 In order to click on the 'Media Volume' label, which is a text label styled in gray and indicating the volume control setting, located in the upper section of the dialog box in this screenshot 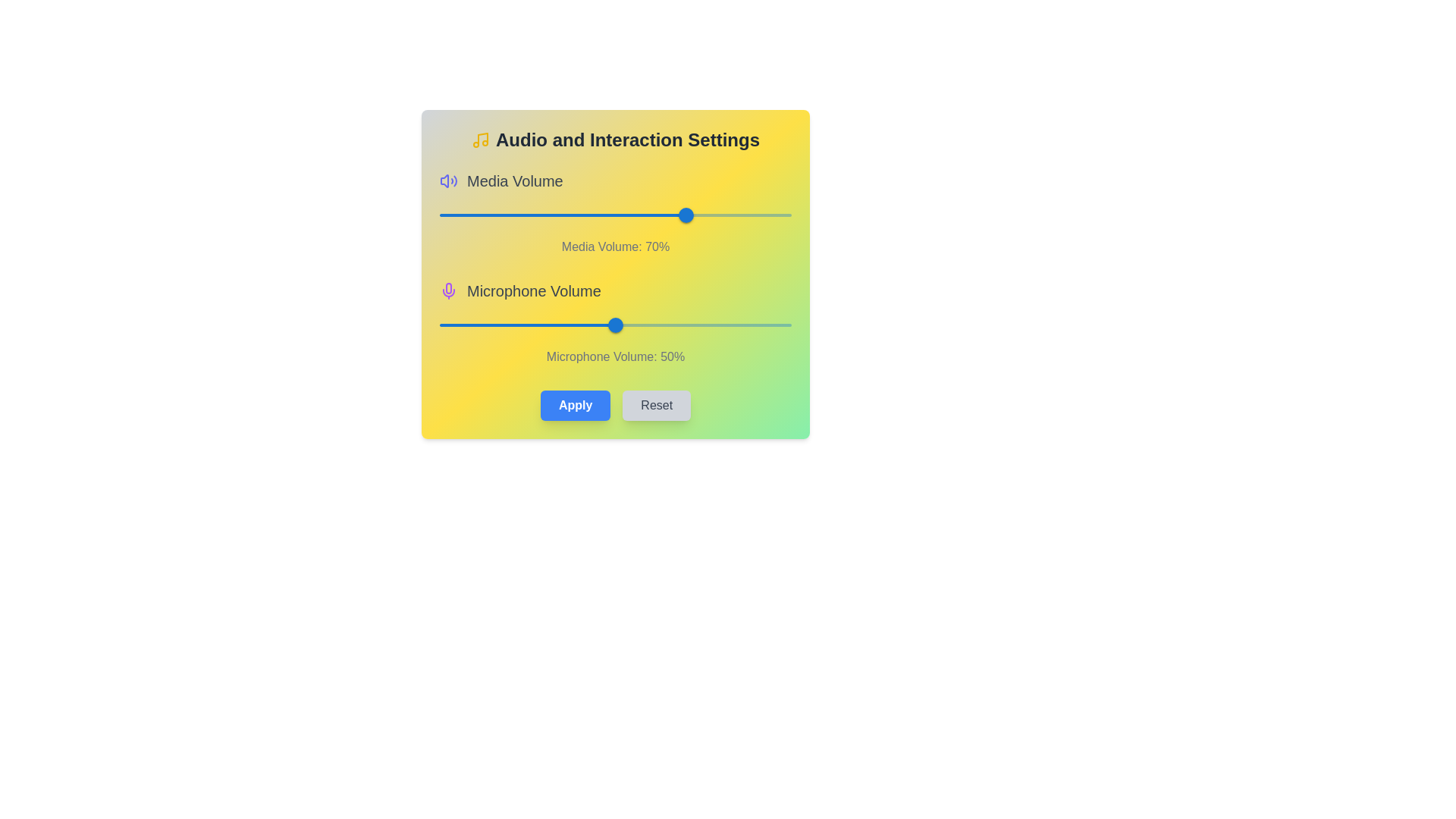, I will do `click(515, 180)`.